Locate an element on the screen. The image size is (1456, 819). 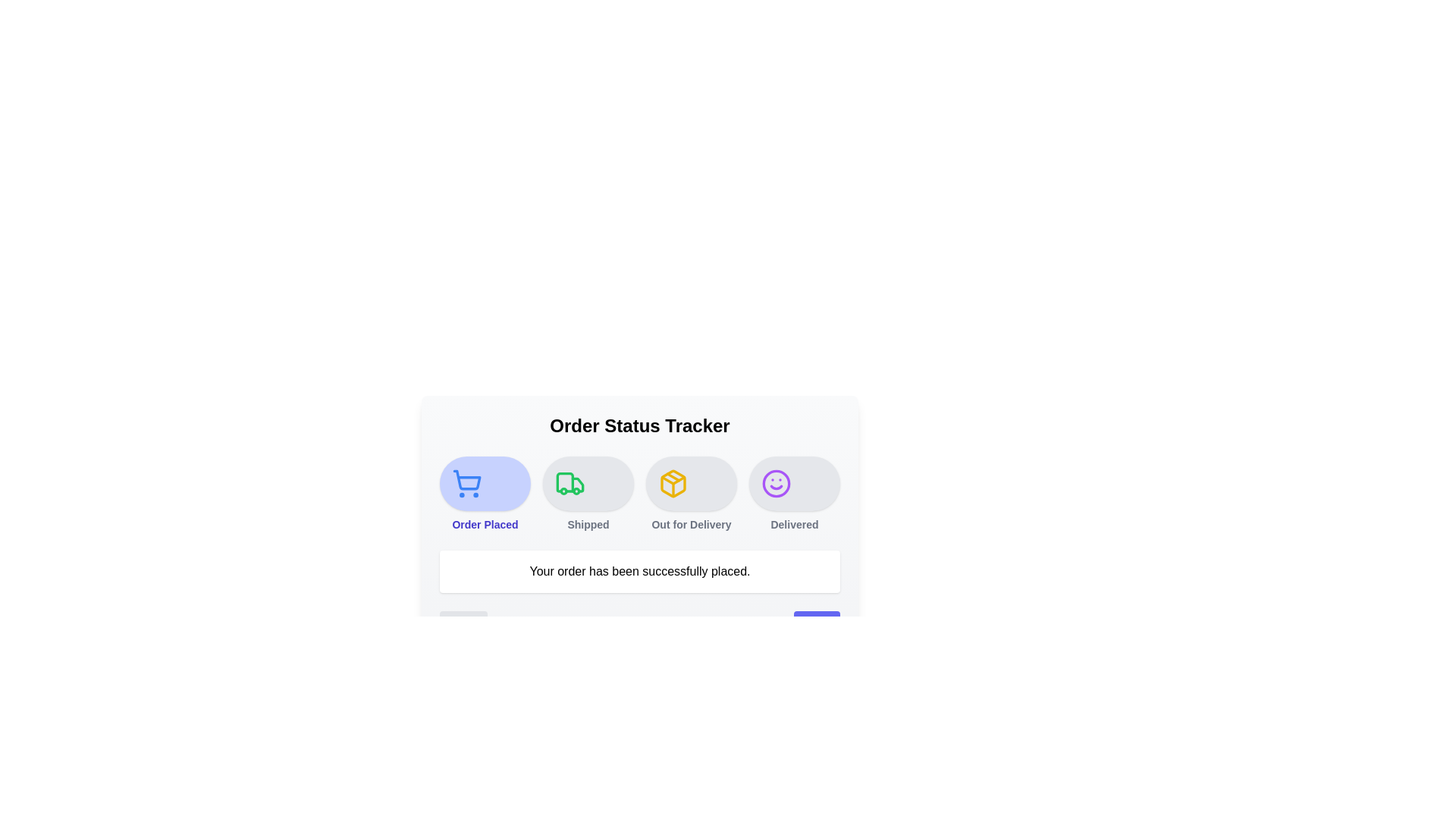
the step icon corresponding to Shipped to highlight it and view its details is located at coordinates (588, 483).